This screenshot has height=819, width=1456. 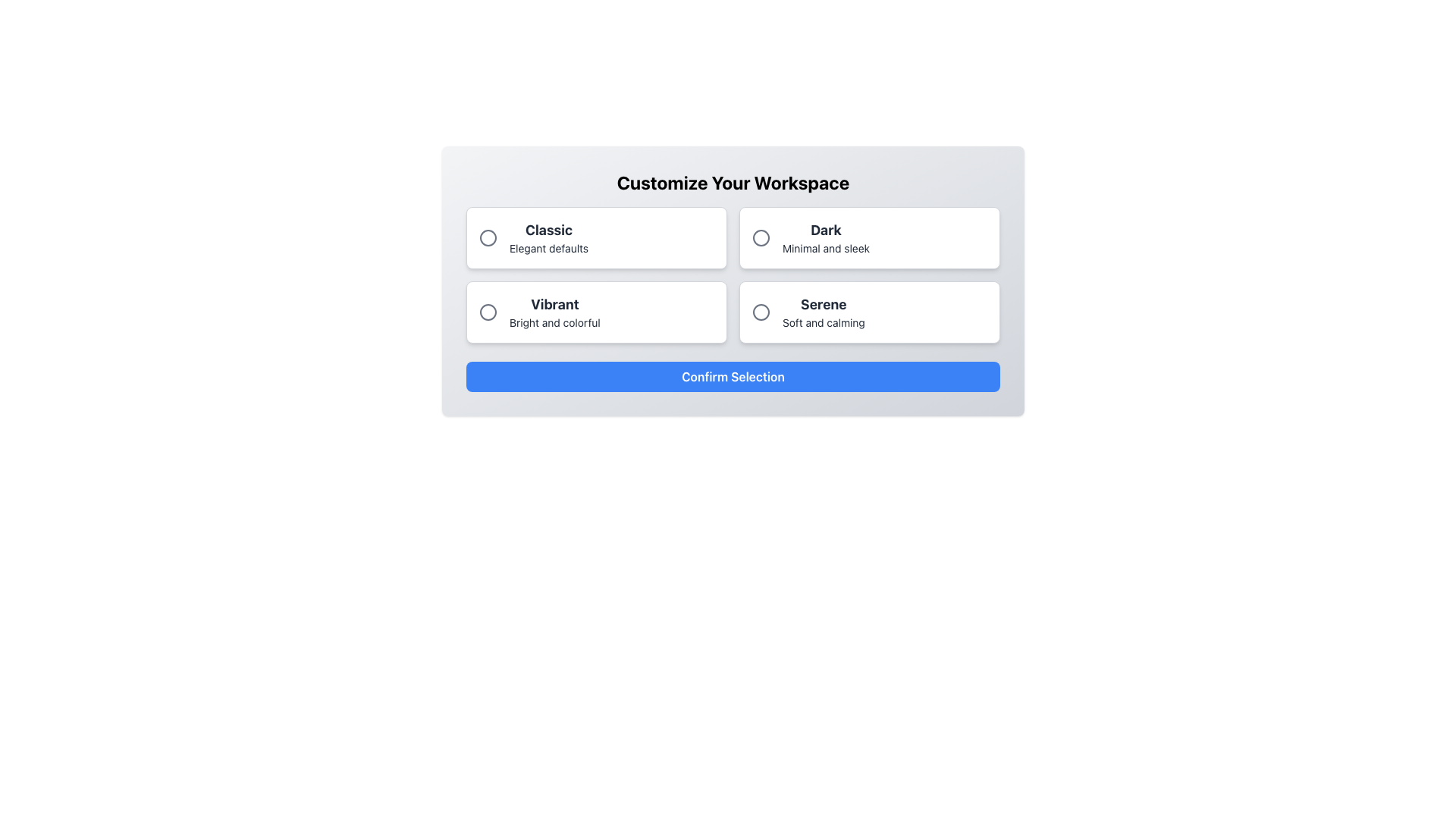 I want to click on the radio button for the 'Dark' workspace option, which is the circle on the left side of the 'Dark' workspace selection in the top-right position of the 2x2 grid of workspace options, so click(x=761, y=237).